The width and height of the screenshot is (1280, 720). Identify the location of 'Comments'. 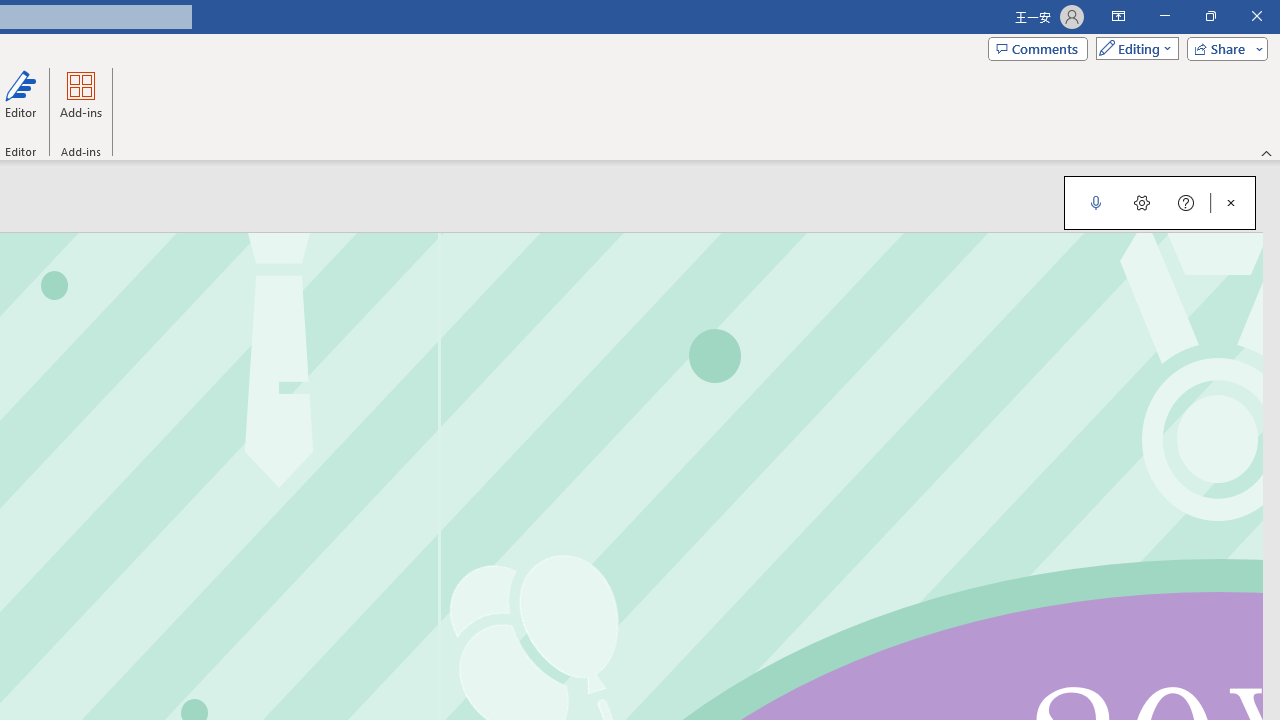
(1038, 47).